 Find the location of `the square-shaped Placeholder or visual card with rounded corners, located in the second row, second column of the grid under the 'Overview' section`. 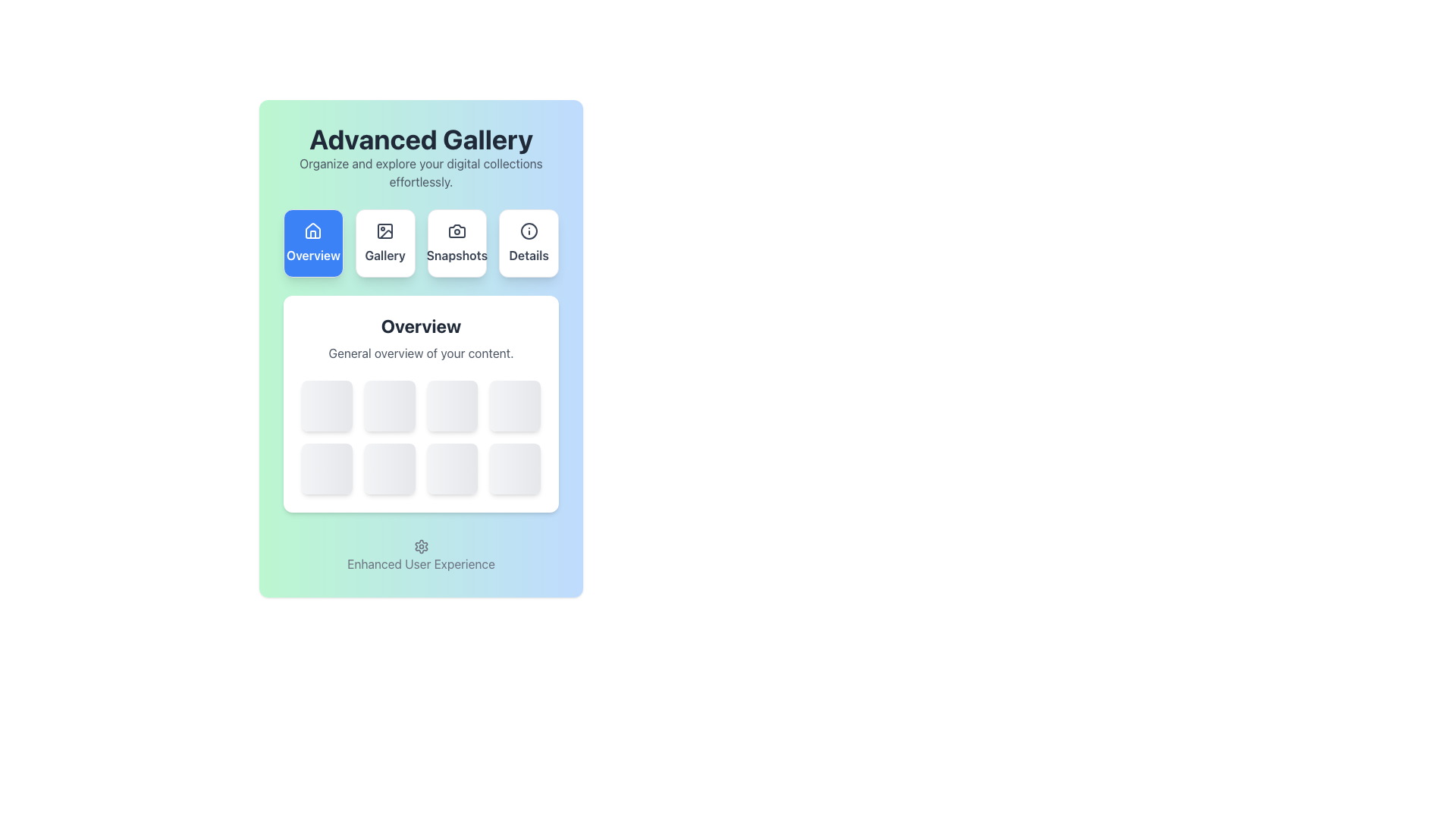

the square-shaped Placeholder or visual card with rounded corners, located in the second row, second column of the grid under the 'Overview' section is located at coordinates (390, 468).